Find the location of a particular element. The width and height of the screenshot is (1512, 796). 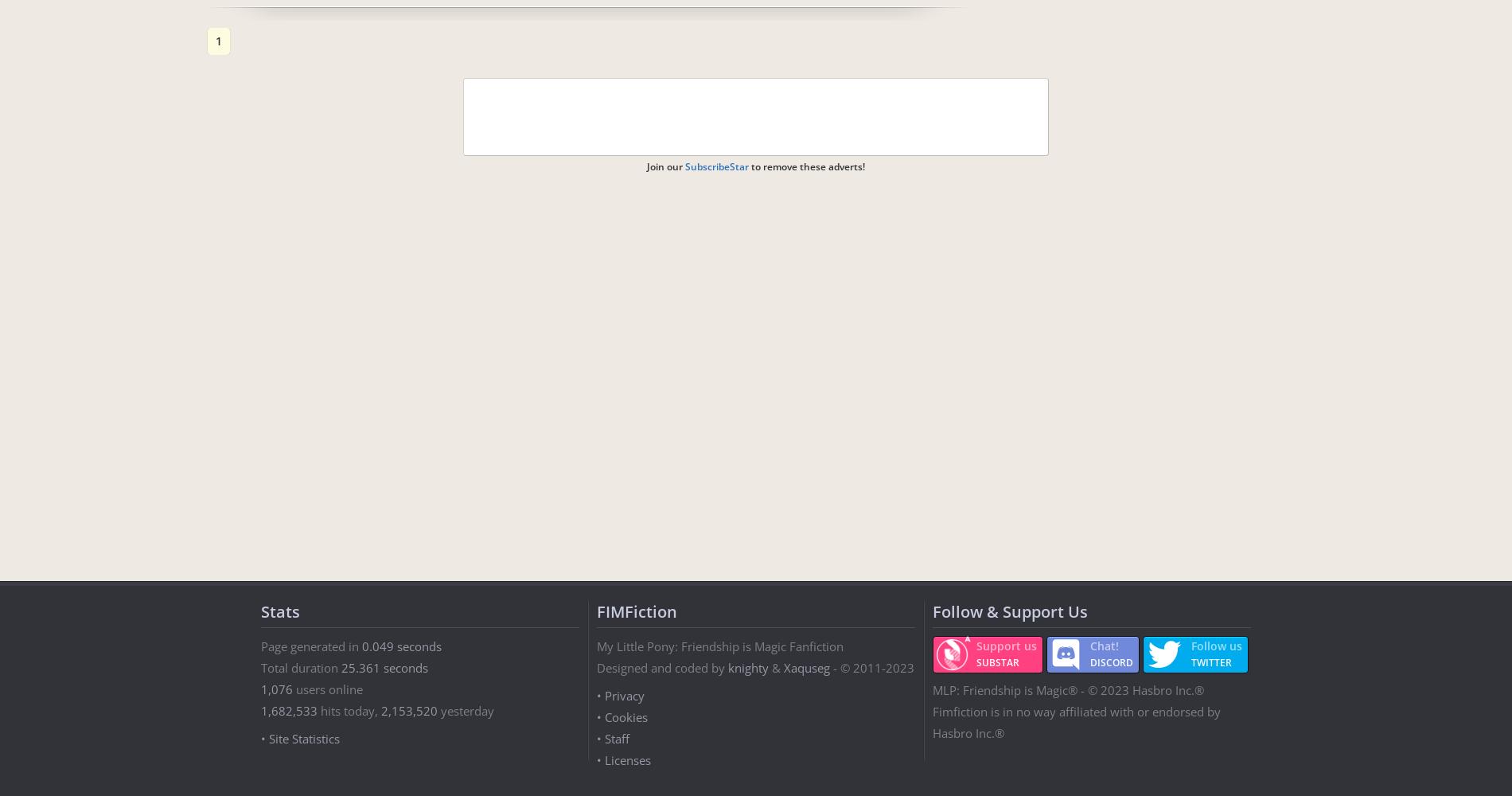

'My Little Pony: Friendship is Magic Fanfiction' is located at coordinates (719, 646).